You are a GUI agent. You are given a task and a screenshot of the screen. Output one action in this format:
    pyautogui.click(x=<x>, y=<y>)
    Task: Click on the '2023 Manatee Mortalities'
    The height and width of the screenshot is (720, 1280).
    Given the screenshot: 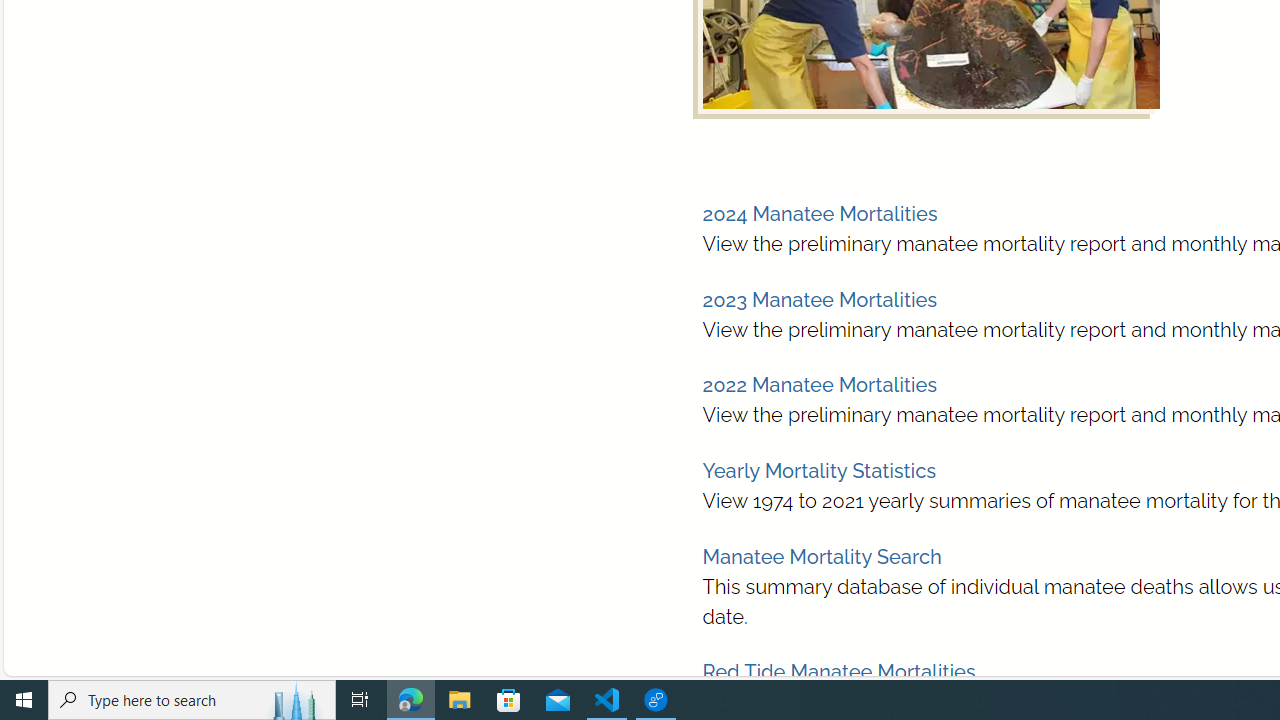 What is the action you would take?
    pyautogui.click(x=819, y=299)
    